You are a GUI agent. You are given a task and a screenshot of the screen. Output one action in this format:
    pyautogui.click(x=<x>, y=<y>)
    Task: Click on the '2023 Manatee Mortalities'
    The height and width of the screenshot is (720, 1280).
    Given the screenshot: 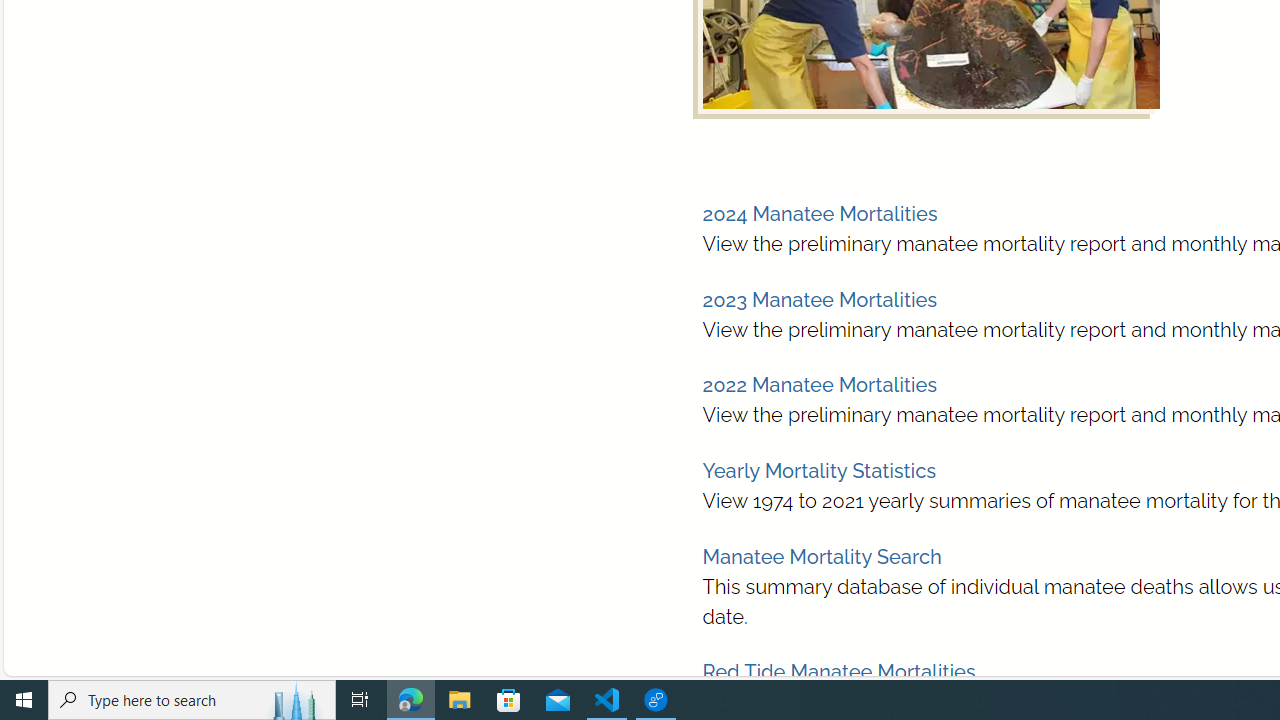 What is the action you would take?
    pyautogui.click(x=819, y=299)
    